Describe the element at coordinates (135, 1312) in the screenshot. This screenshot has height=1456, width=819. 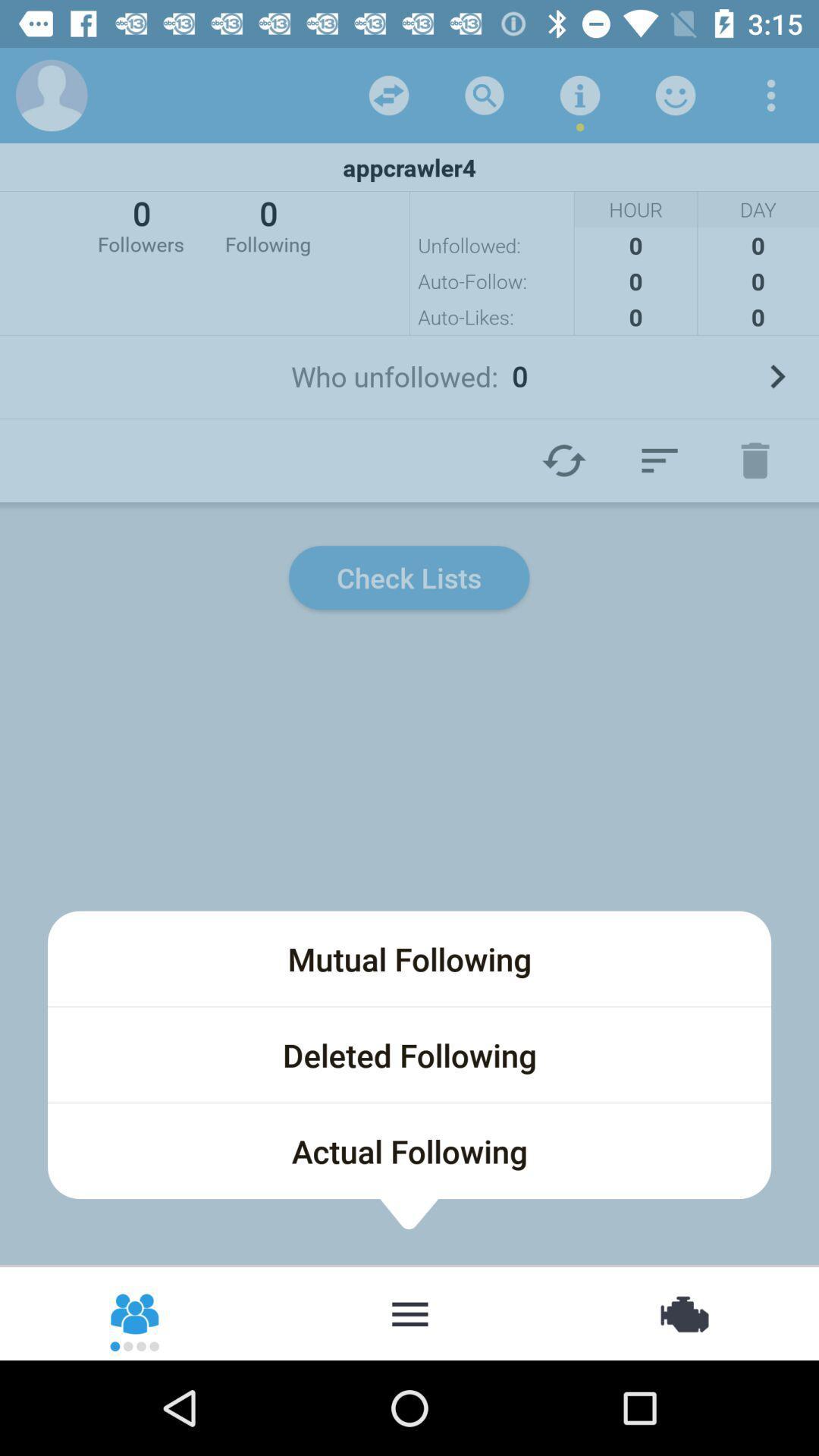
I see `the emoji icon` at that location.